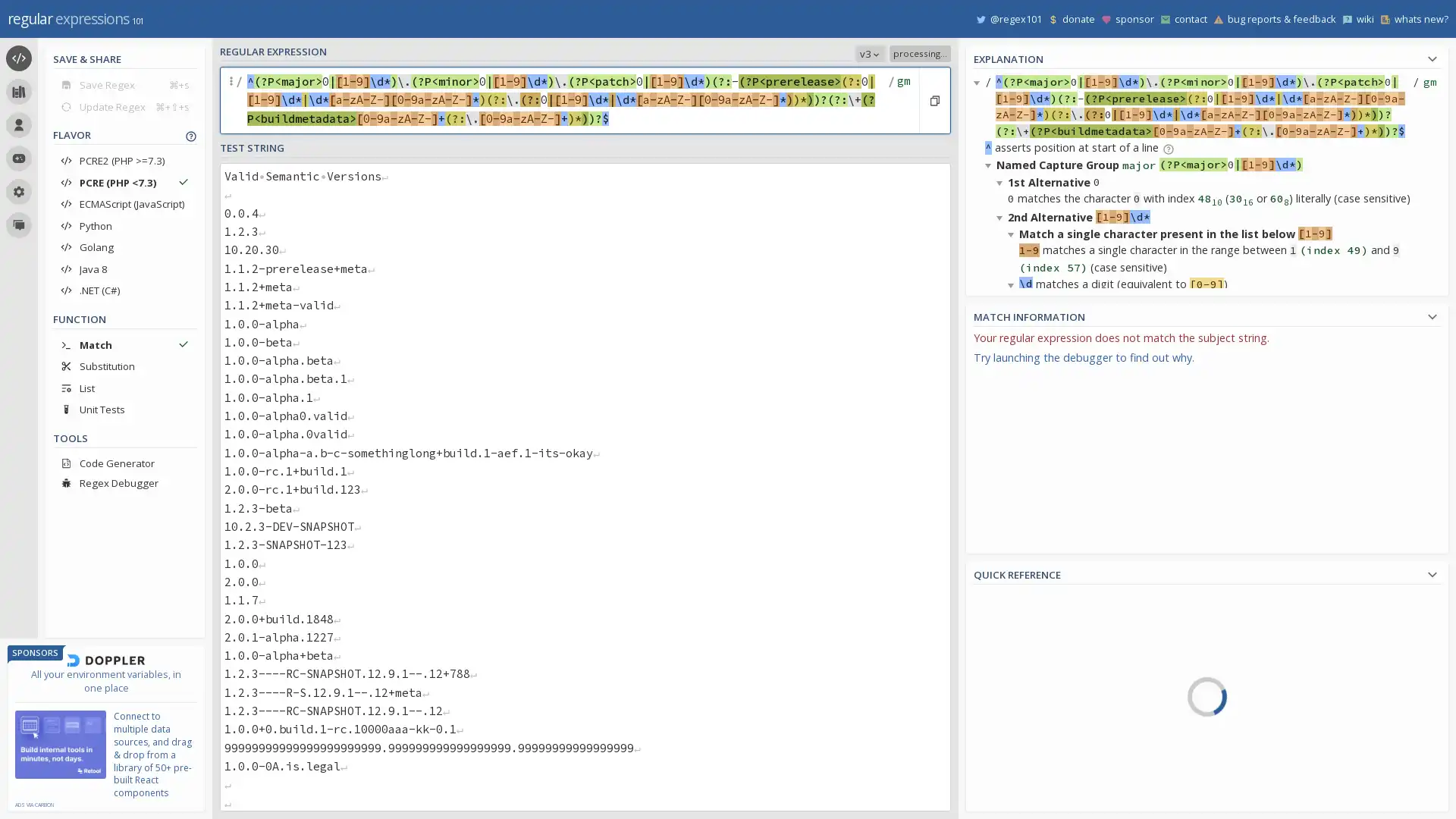 Image resolution: width=1456 pixels, height=819 pixels. I want to click on Group Constructs, so click(1044, 759).